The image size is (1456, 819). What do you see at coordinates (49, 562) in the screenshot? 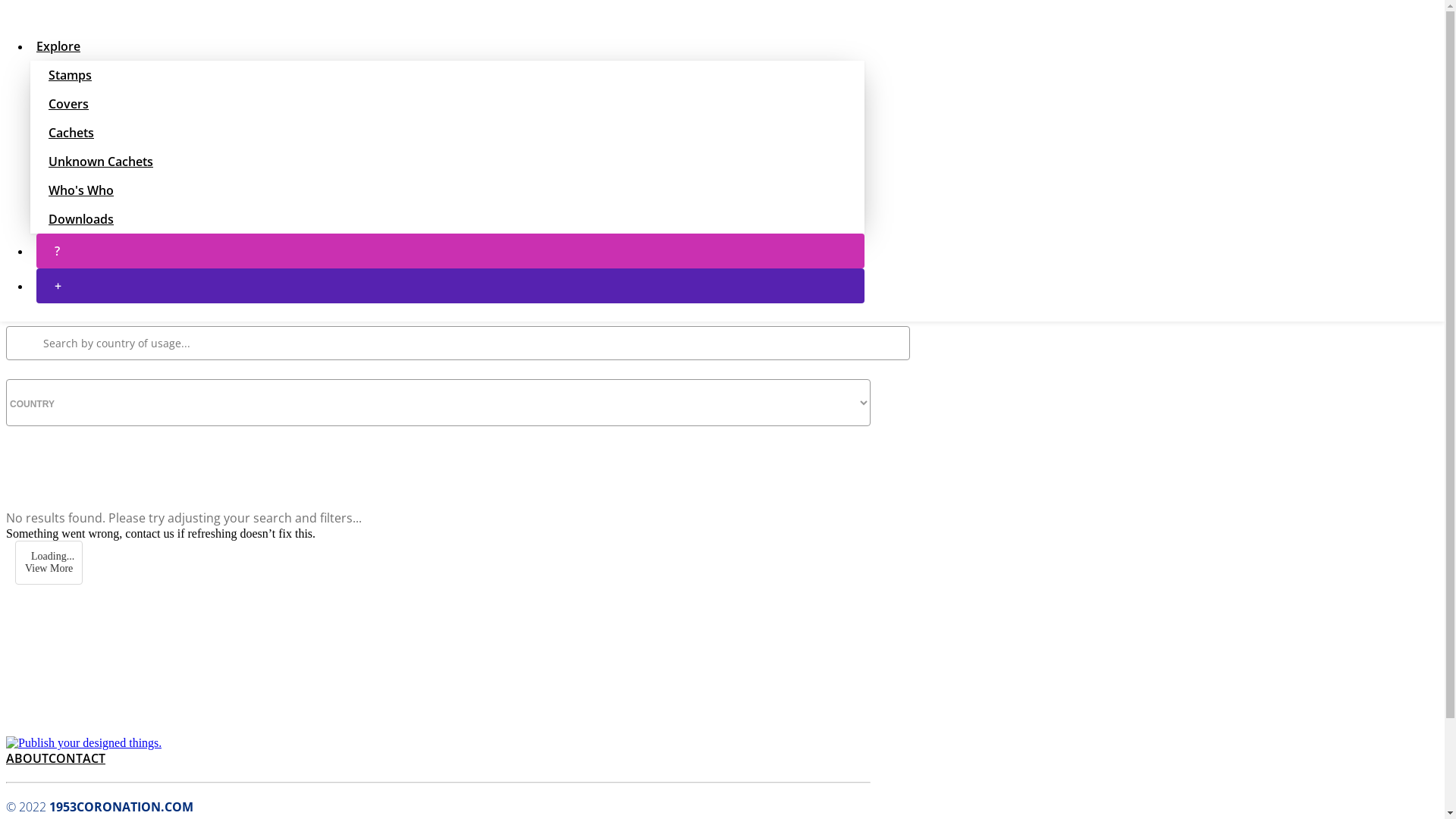
I see `'Loading...` at bounding box center [49, 562].